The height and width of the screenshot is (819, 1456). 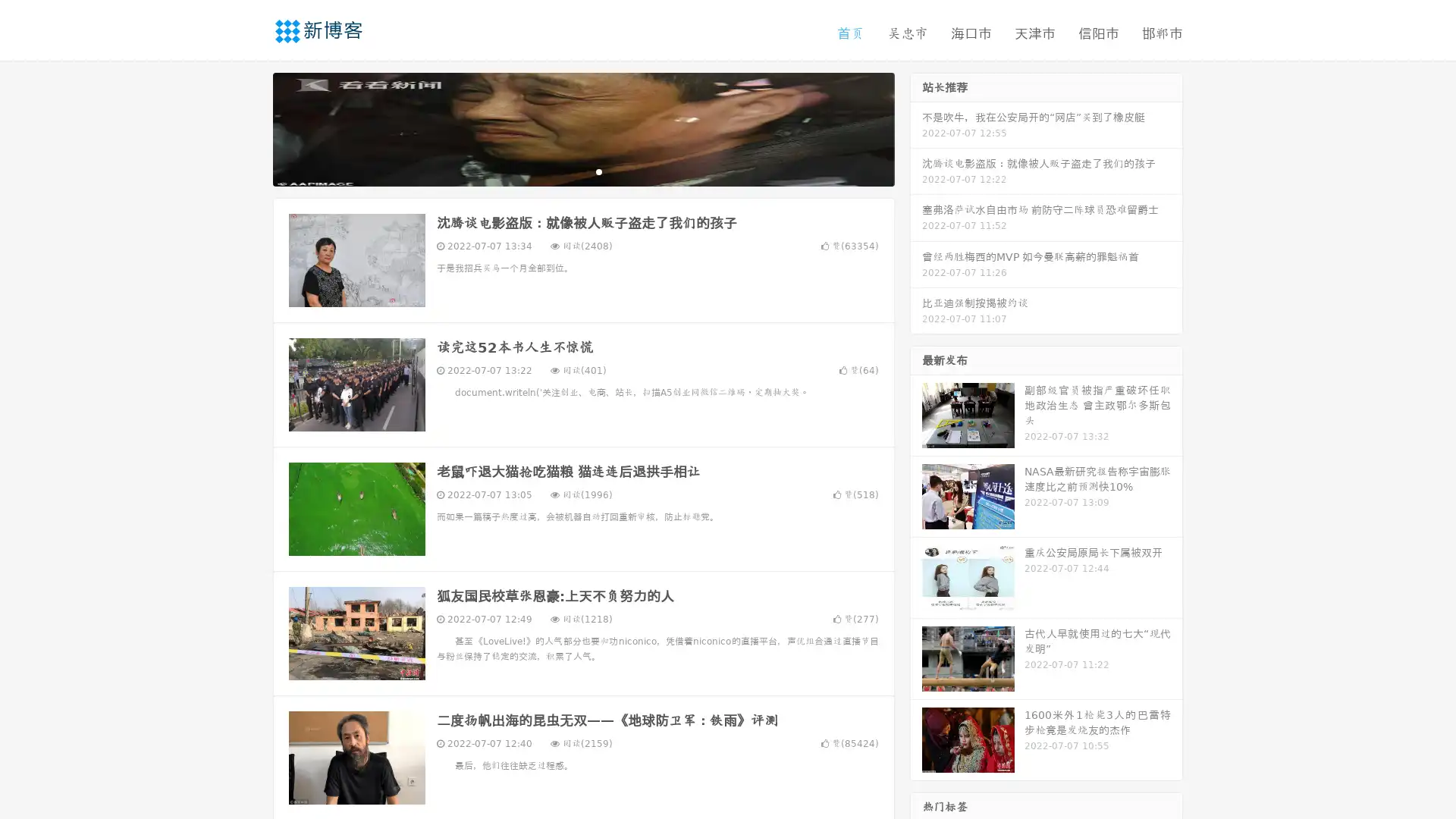 I want to click on Previous slide, so click(x=250, y=127).